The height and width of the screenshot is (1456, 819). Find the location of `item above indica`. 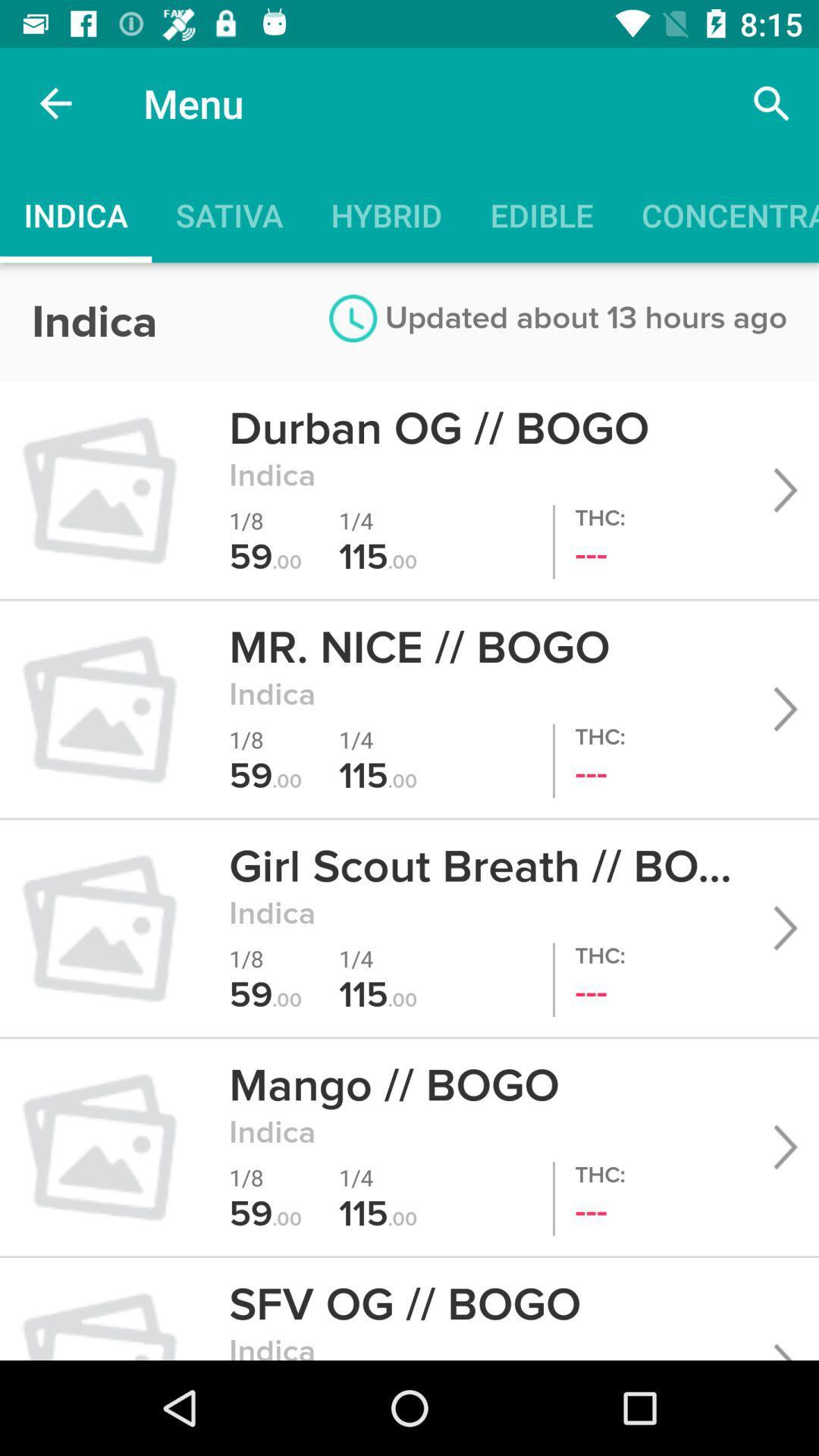

item above indica is located at coordinates (55, 102).